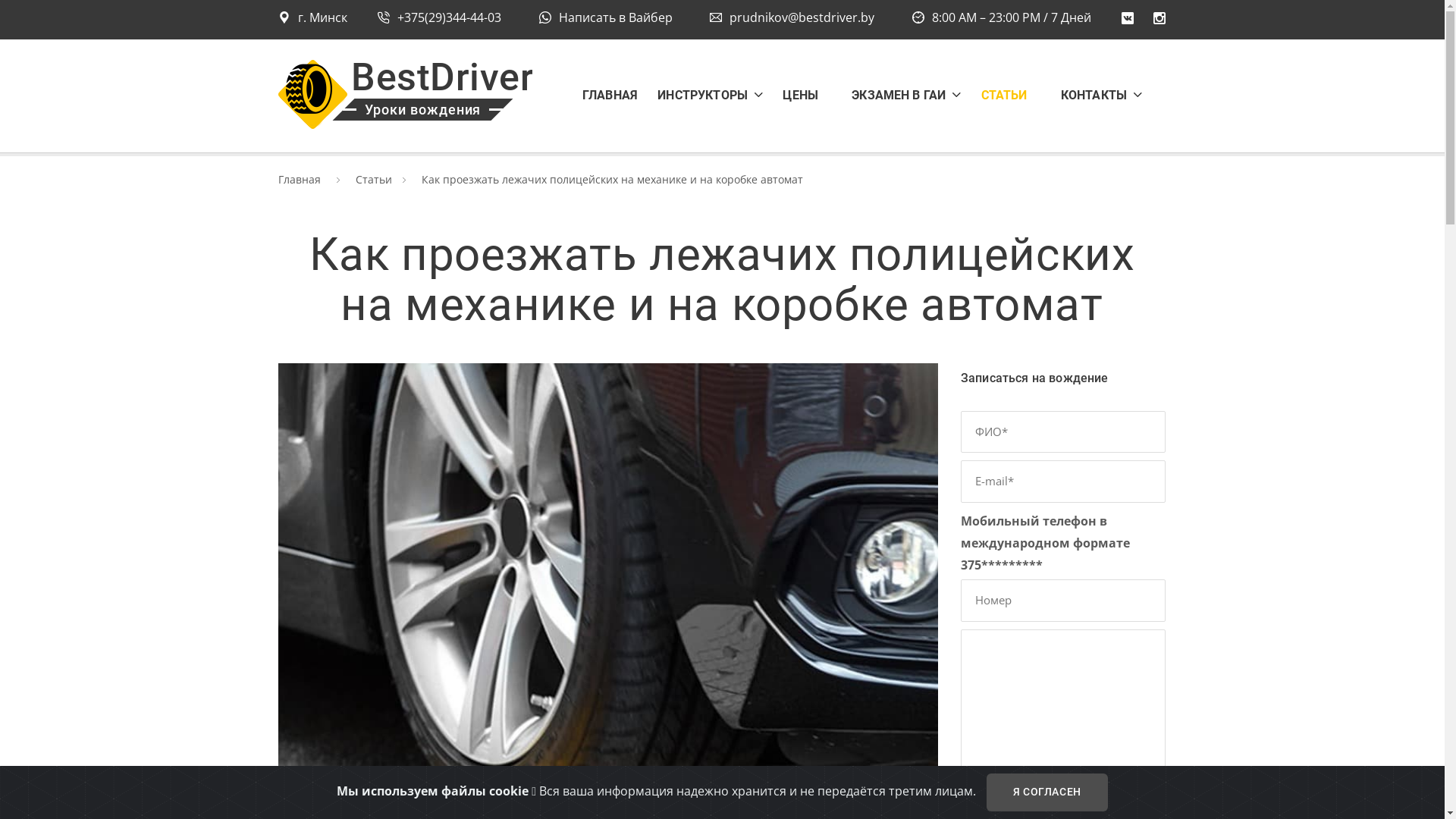  What do you see at coordinates (709, 17) in the screenshot?
I see `'prudnikov@bestdriver.by'` at bounding box center [709, 17].